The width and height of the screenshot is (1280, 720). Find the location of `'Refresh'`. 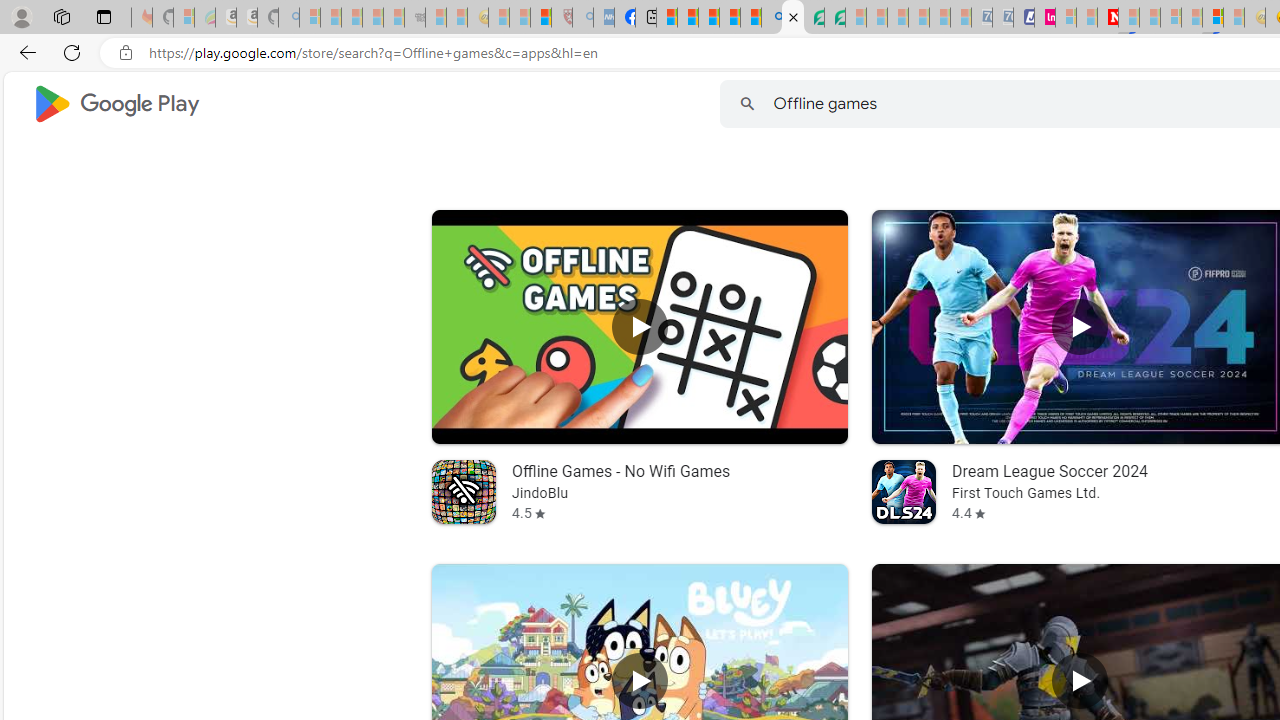

'Refresh' is located at coordinates (72, 51).